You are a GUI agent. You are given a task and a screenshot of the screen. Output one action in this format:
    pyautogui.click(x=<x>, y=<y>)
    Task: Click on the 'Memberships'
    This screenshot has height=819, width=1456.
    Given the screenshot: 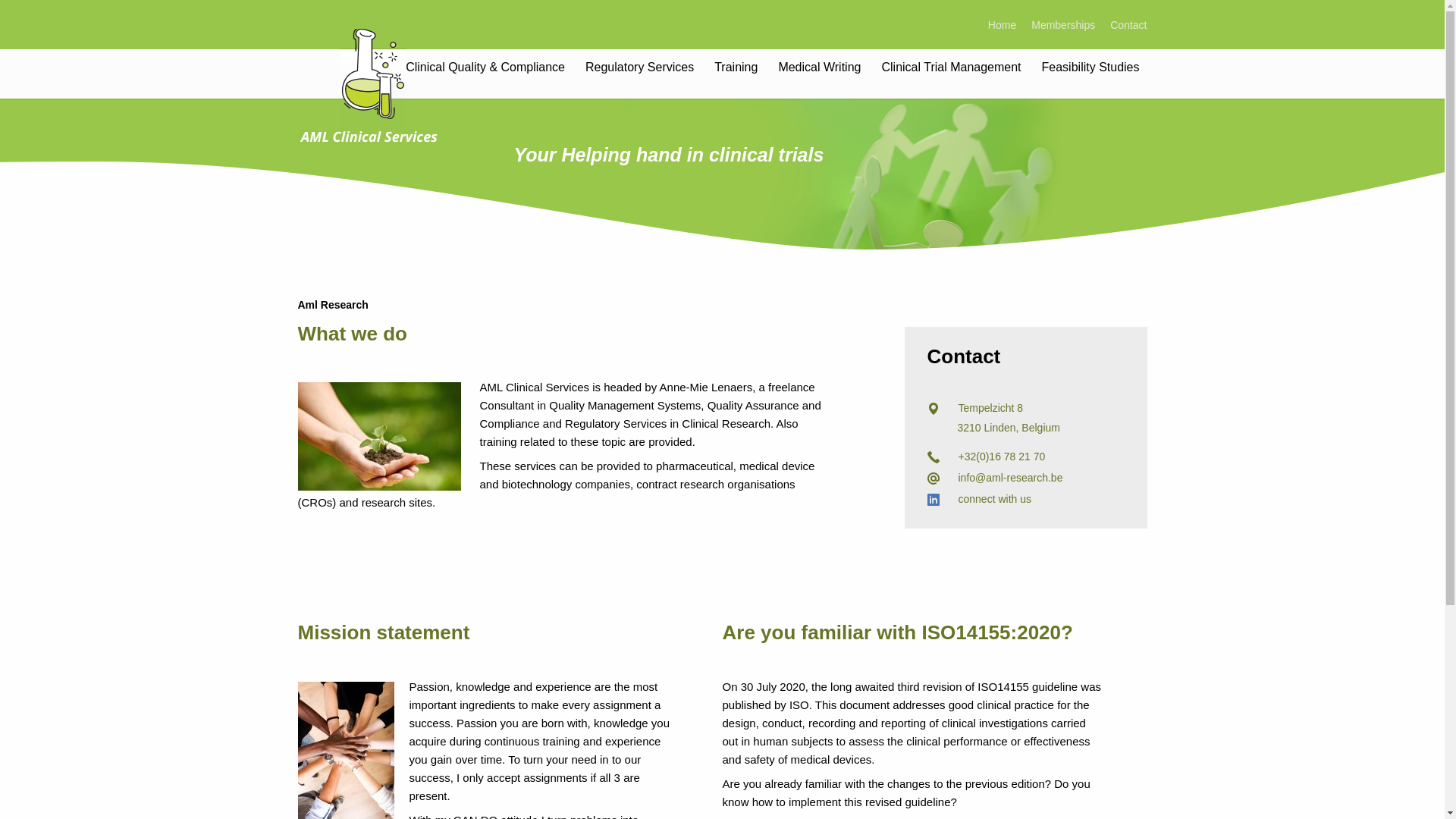 What is the action you would take?
    pyautogui.click(x=1015, y=25)
    